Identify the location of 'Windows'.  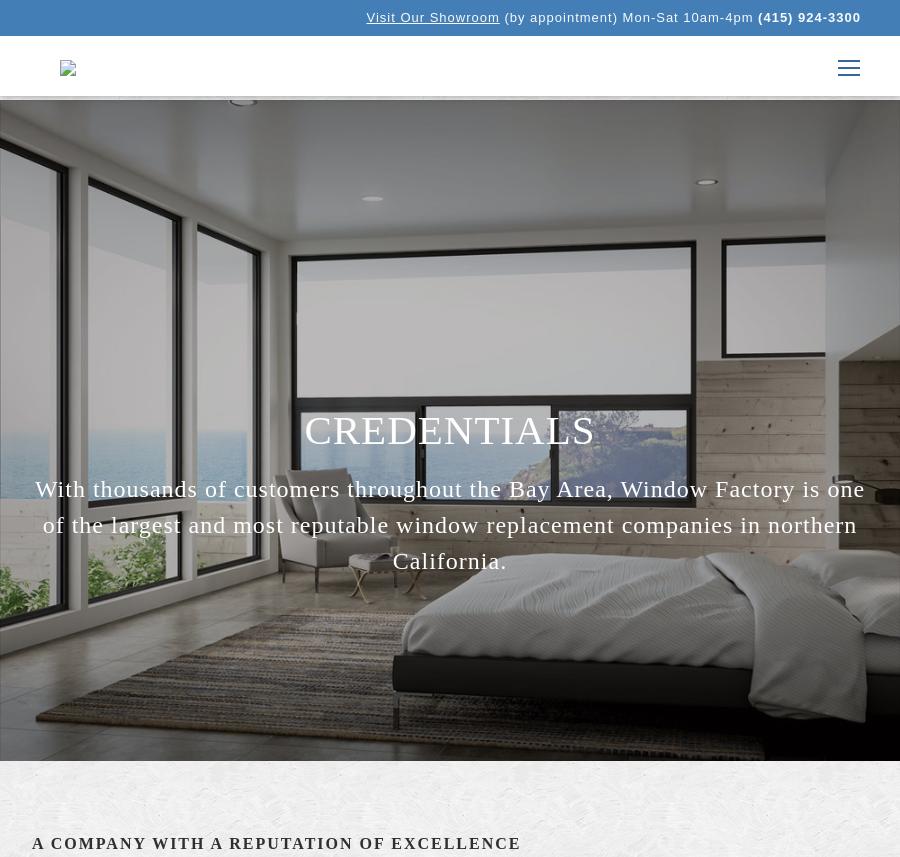
(735, 79).